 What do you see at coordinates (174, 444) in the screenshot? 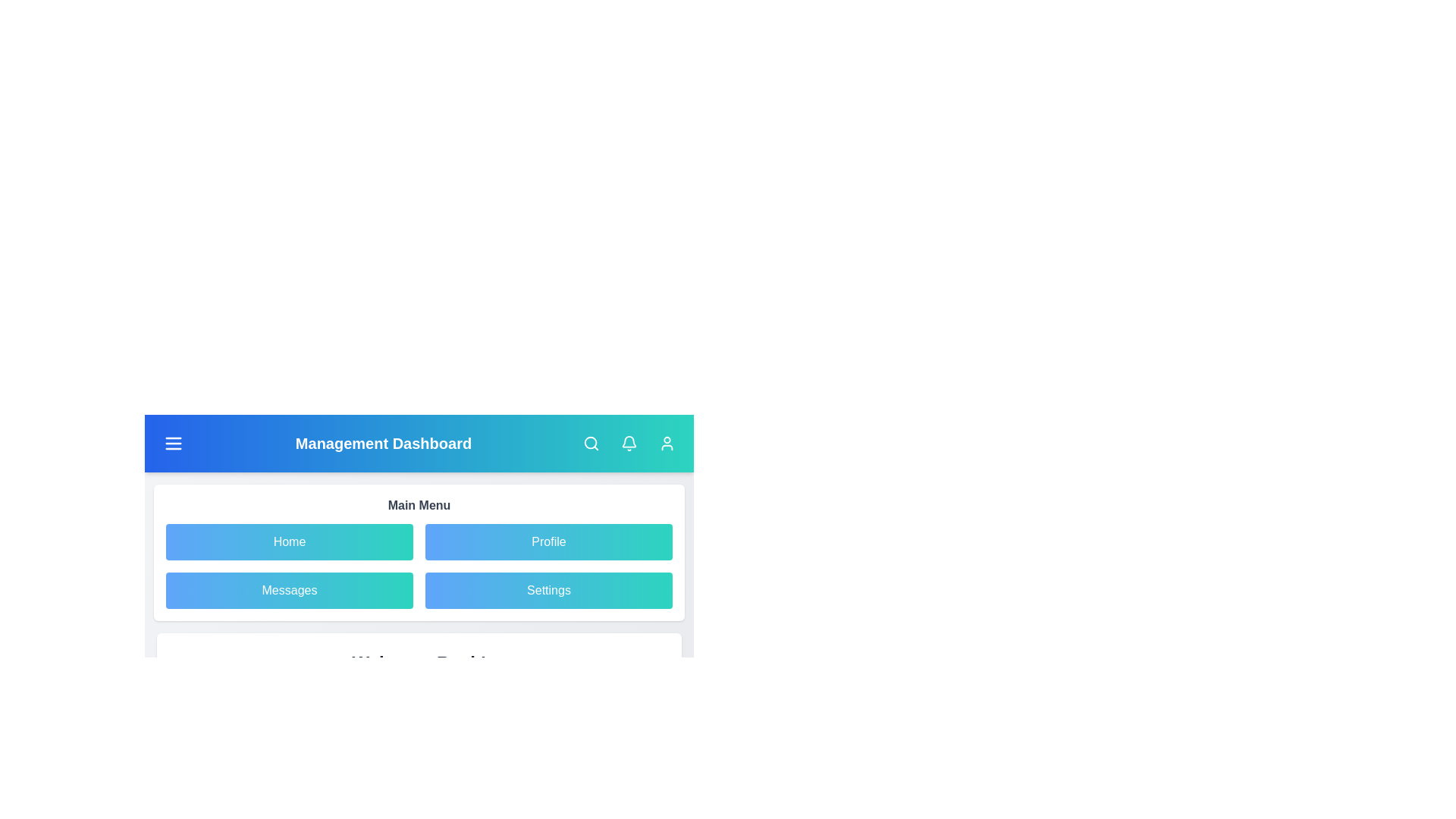
I see `menu button to toggle the visibility of the side menu` at bounding box center [174, 444].